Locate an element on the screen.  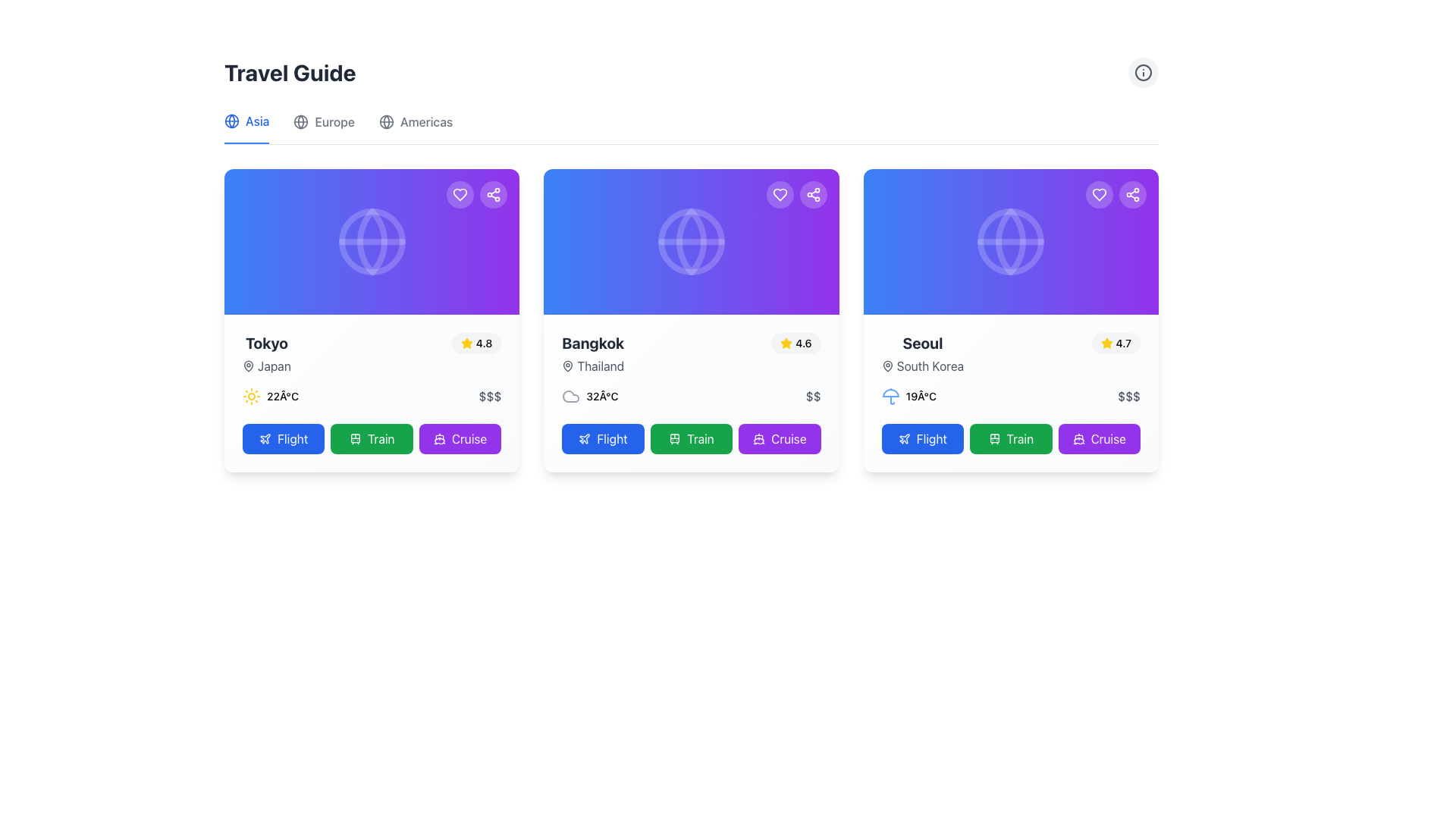
the heart symbol icon in the upper-right corner of the purple Seoul card to mark the item as a favorite is located at coordinates (1099, 194).